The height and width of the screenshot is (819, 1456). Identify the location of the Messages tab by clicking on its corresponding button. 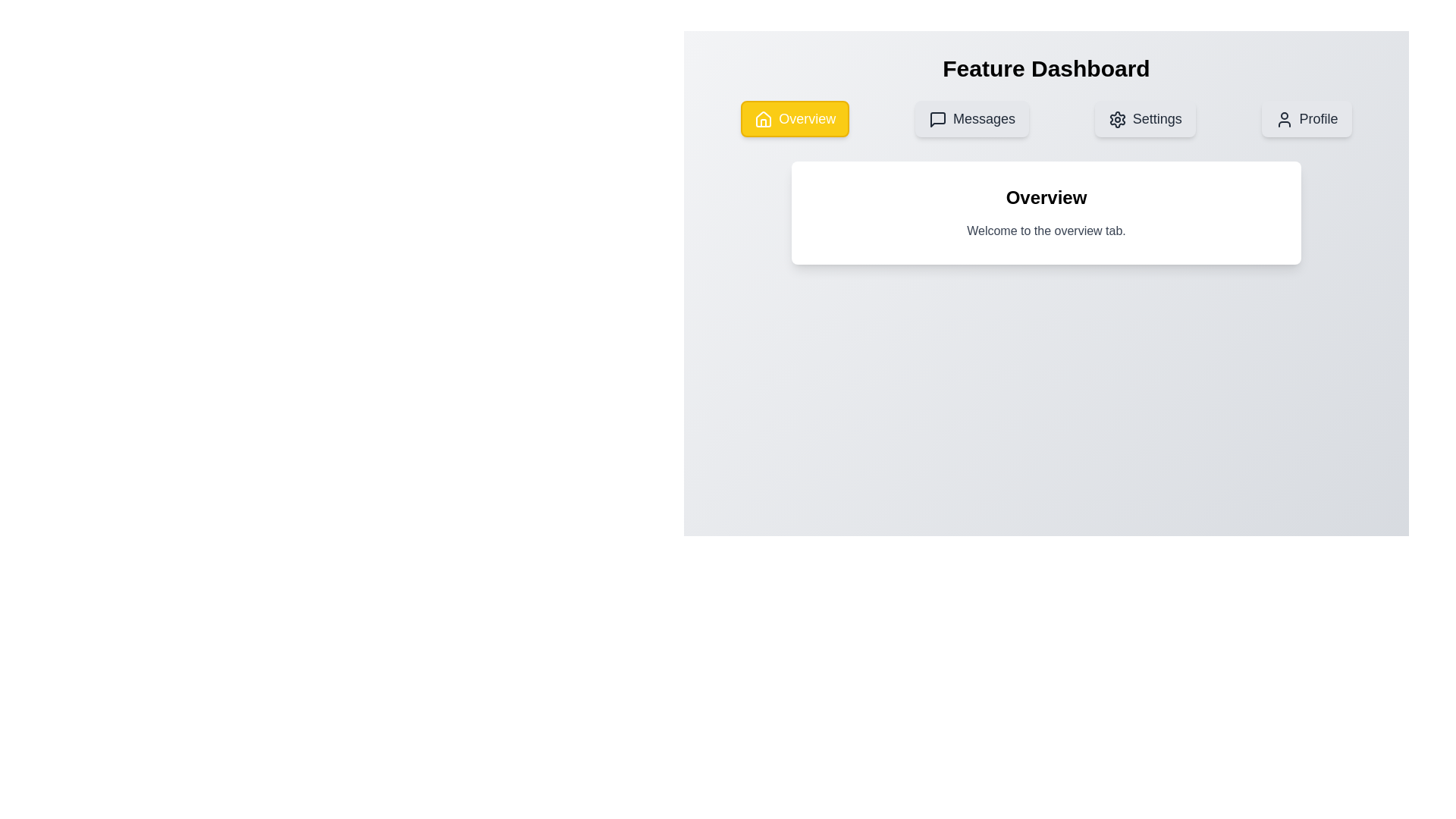
(971, 118).